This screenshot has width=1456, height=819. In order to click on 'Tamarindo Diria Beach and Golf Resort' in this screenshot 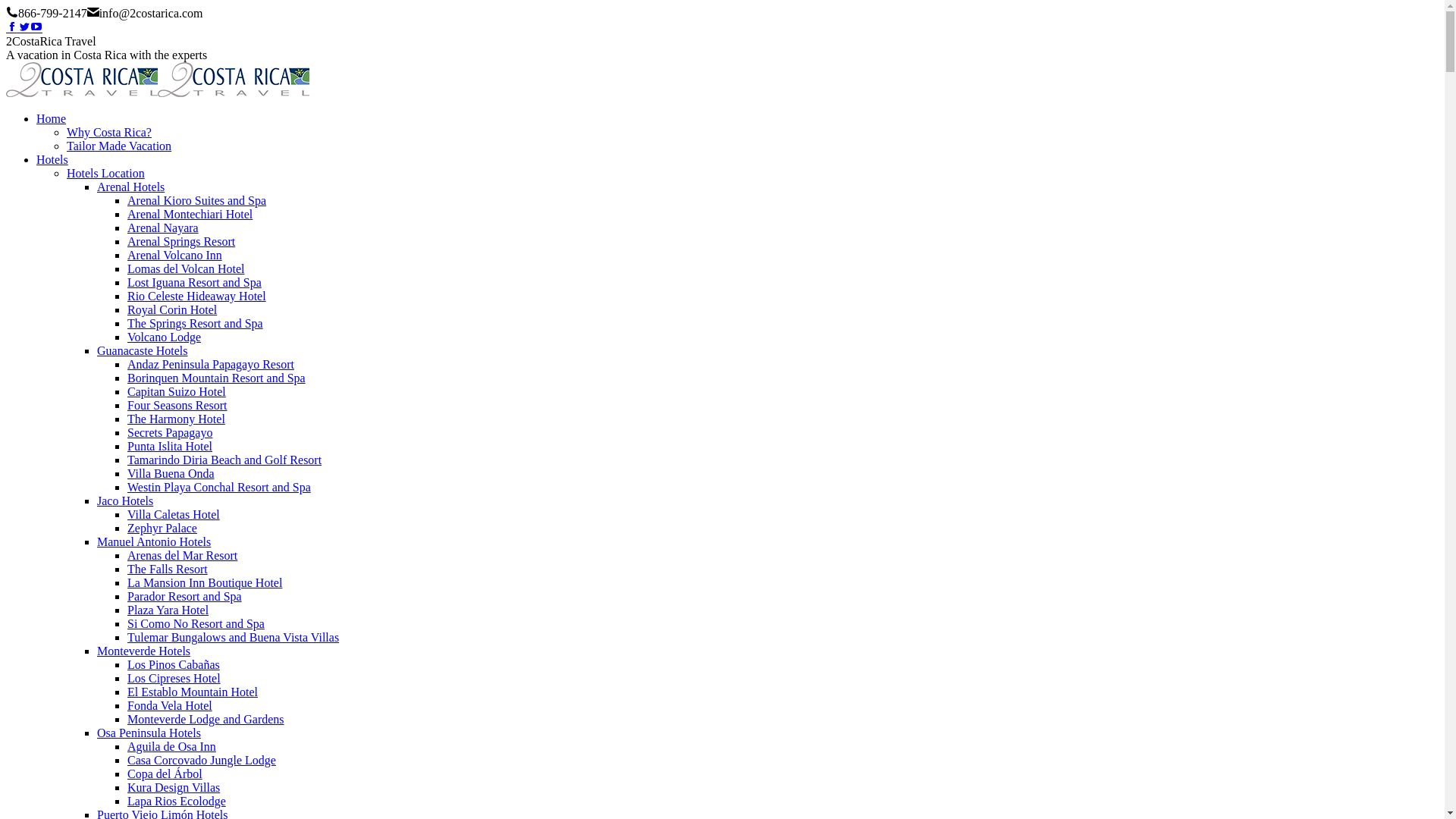, I will do `click(224, 459)`.